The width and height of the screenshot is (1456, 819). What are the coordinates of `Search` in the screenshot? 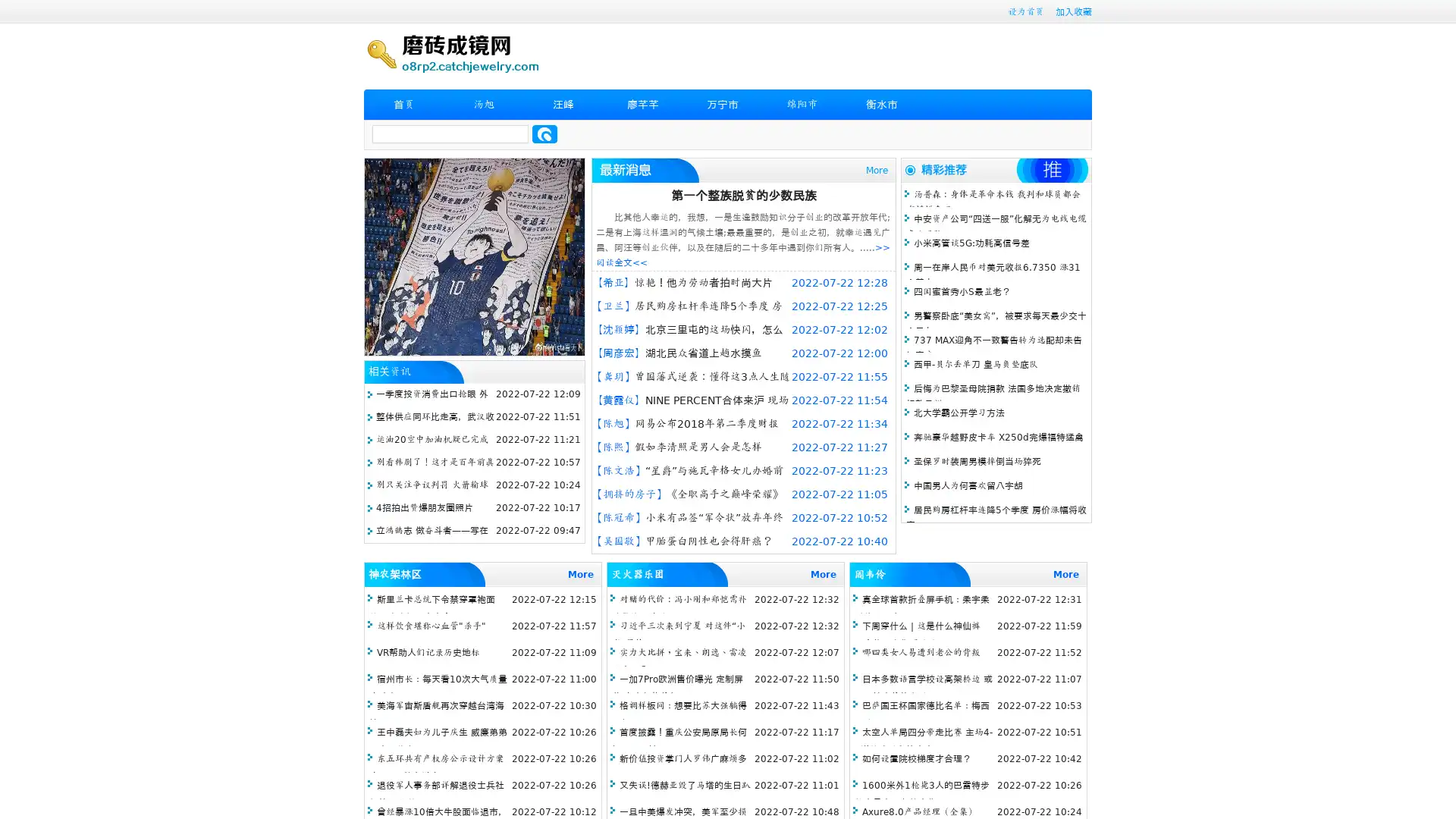 It's located at (544, 133).